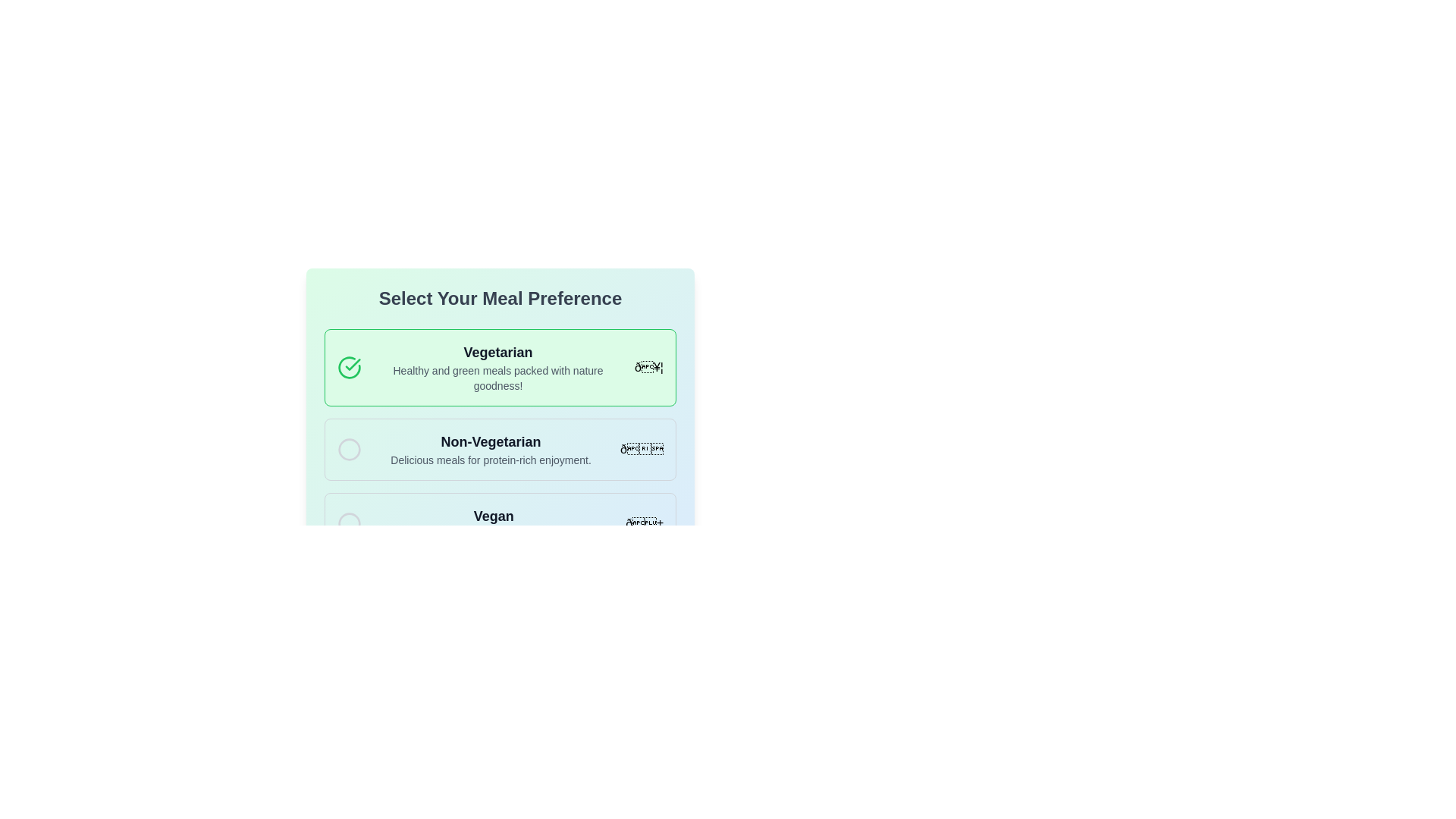  I want to click on the decorative emoji icon depicting a plant (🌱) located to the right of the text descriptions under the 'Vegan' meal option in the meal preference selection interface, so click(645, 522).